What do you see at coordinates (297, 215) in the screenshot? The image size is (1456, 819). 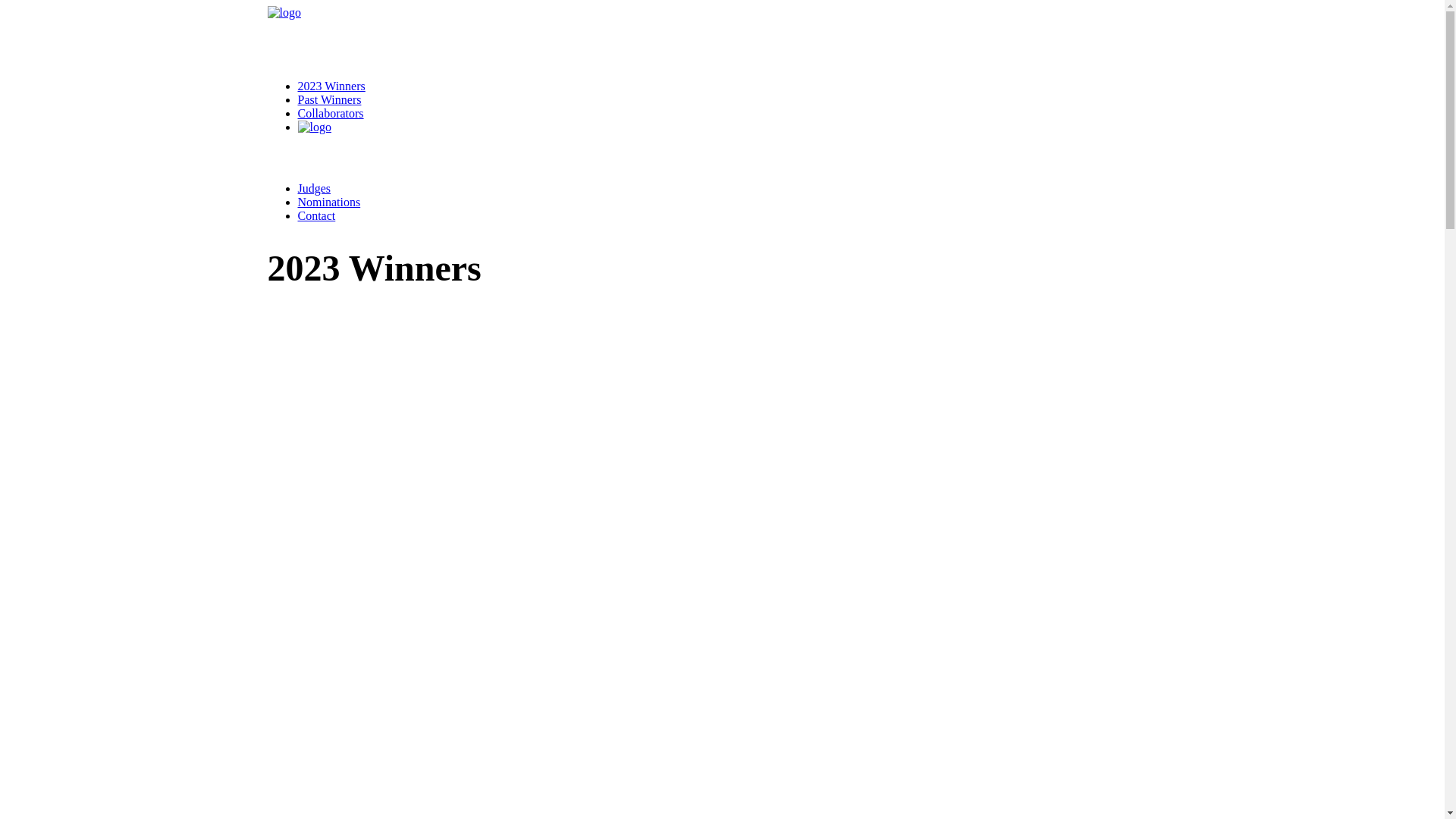 I see `'Contact'` at bounding box center [297, 215].